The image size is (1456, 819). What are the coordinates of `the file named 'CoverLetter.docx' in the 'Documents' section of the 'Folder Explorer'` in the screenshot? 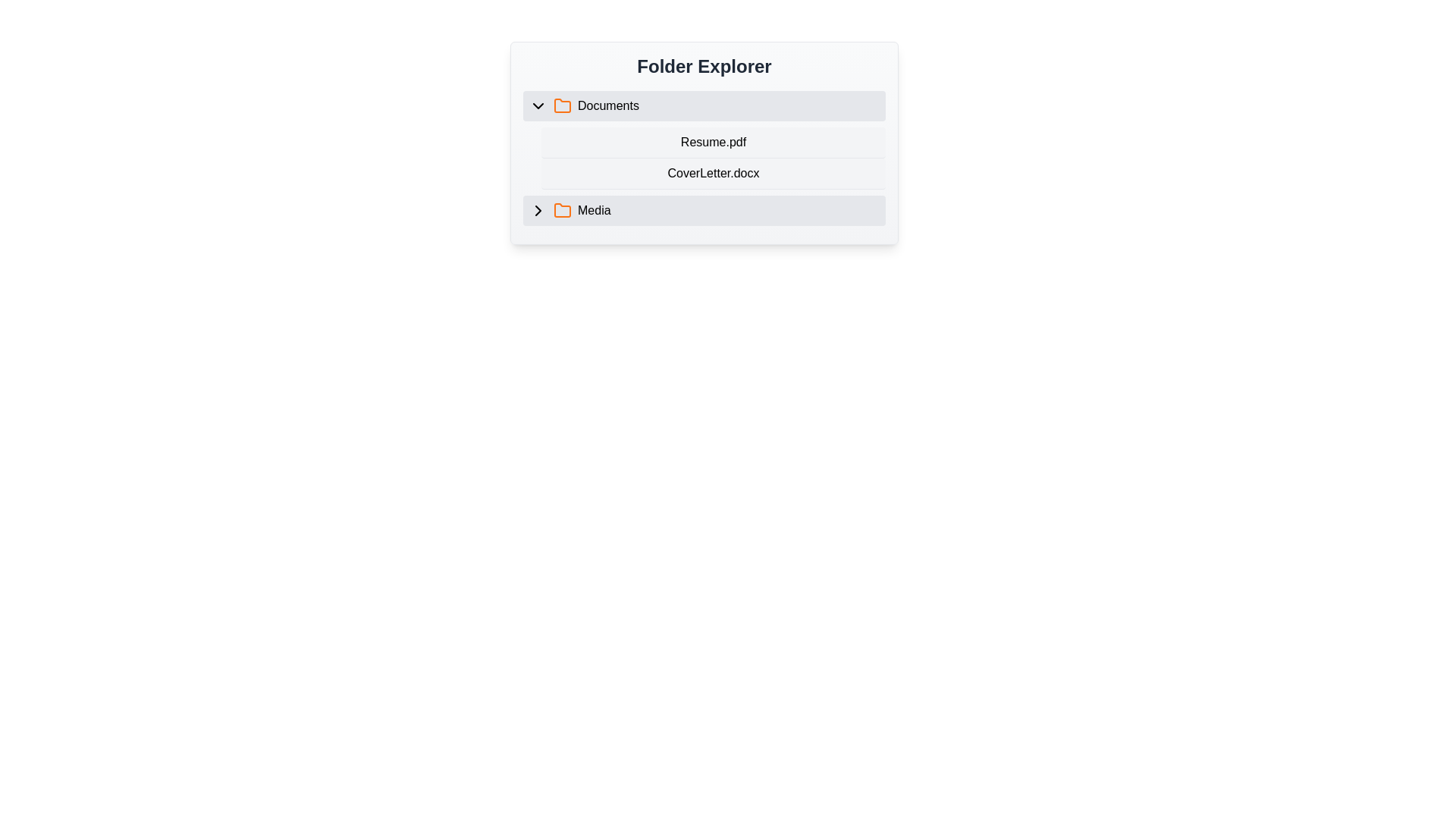 It's located at (712, 173).